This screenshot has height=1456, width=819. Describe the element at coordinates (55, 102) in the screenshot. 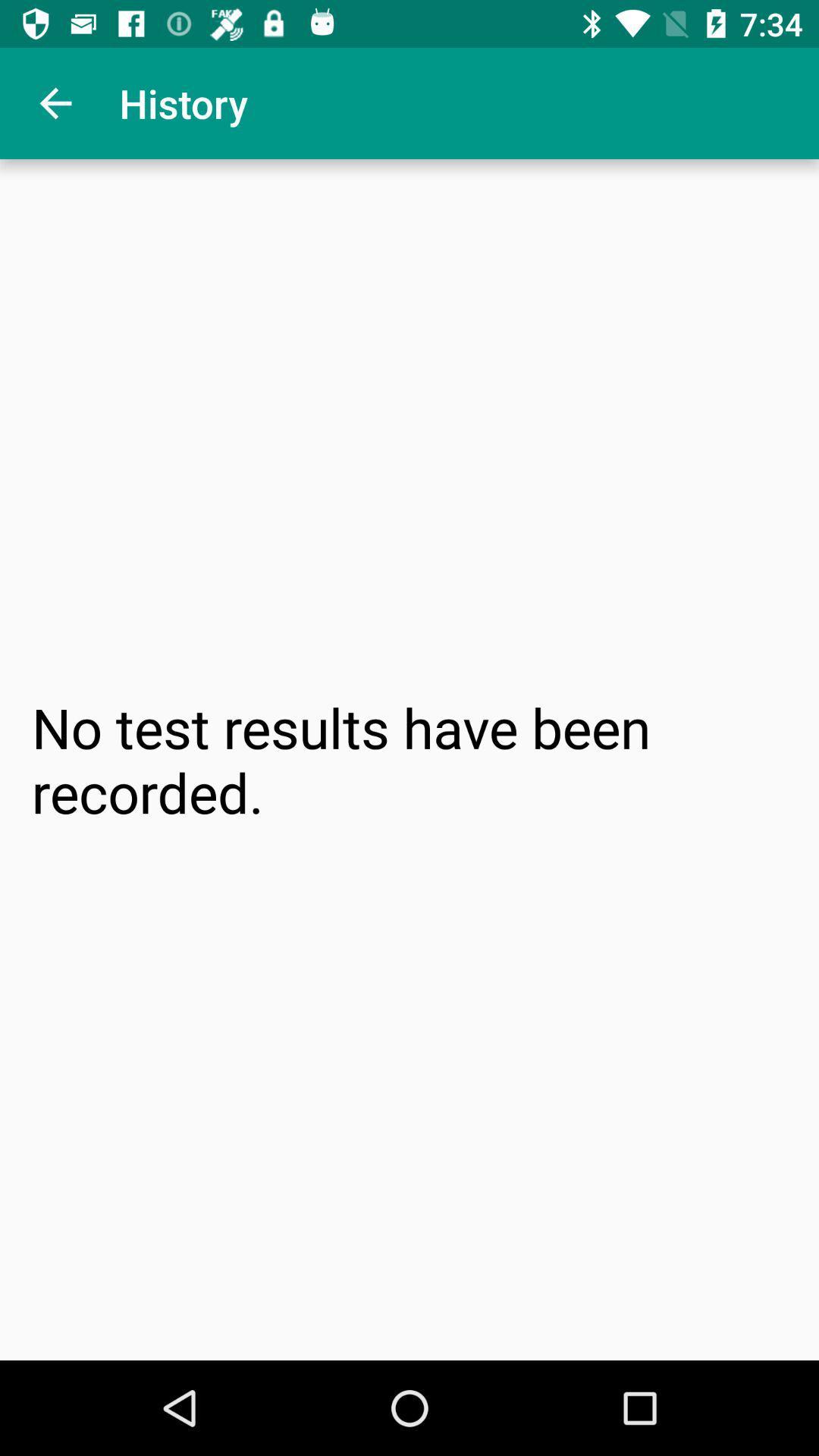

I see `the item above no test results` at that location.